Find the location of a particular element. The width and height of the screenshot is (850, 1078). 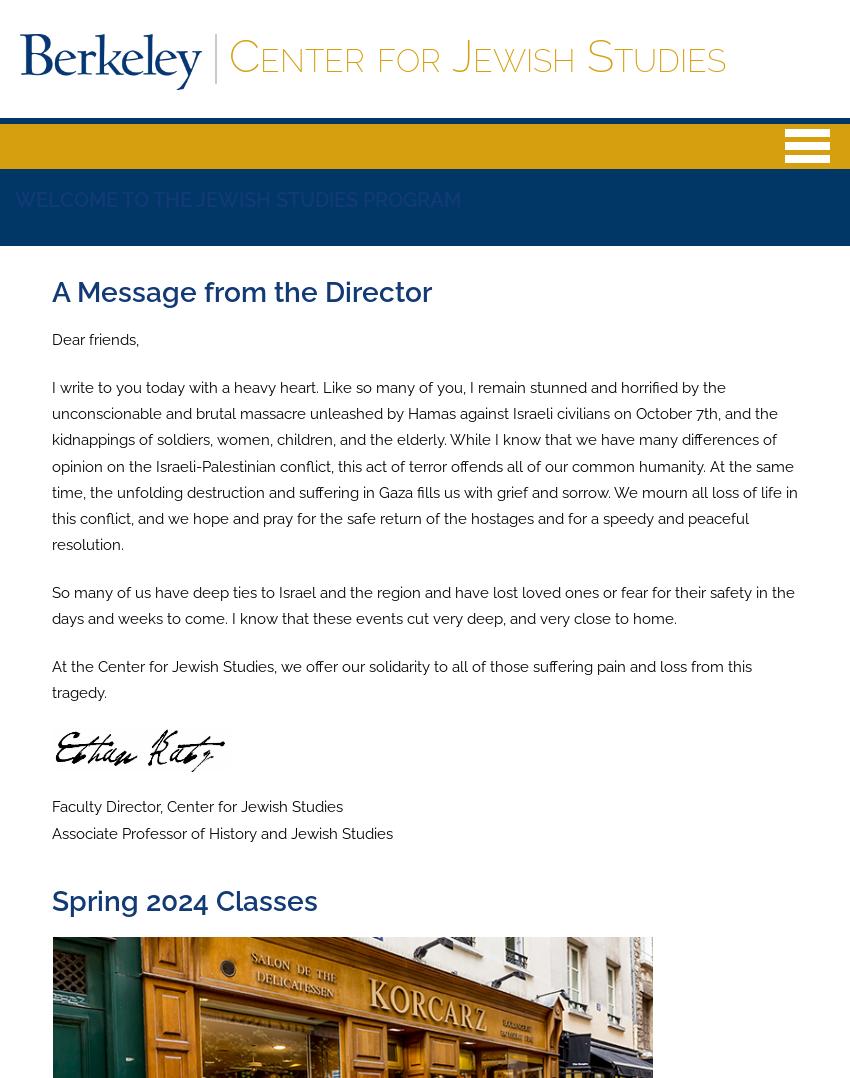

'Faculty Director, Center for Jewish Studies' is located at coordinates (52, 805).